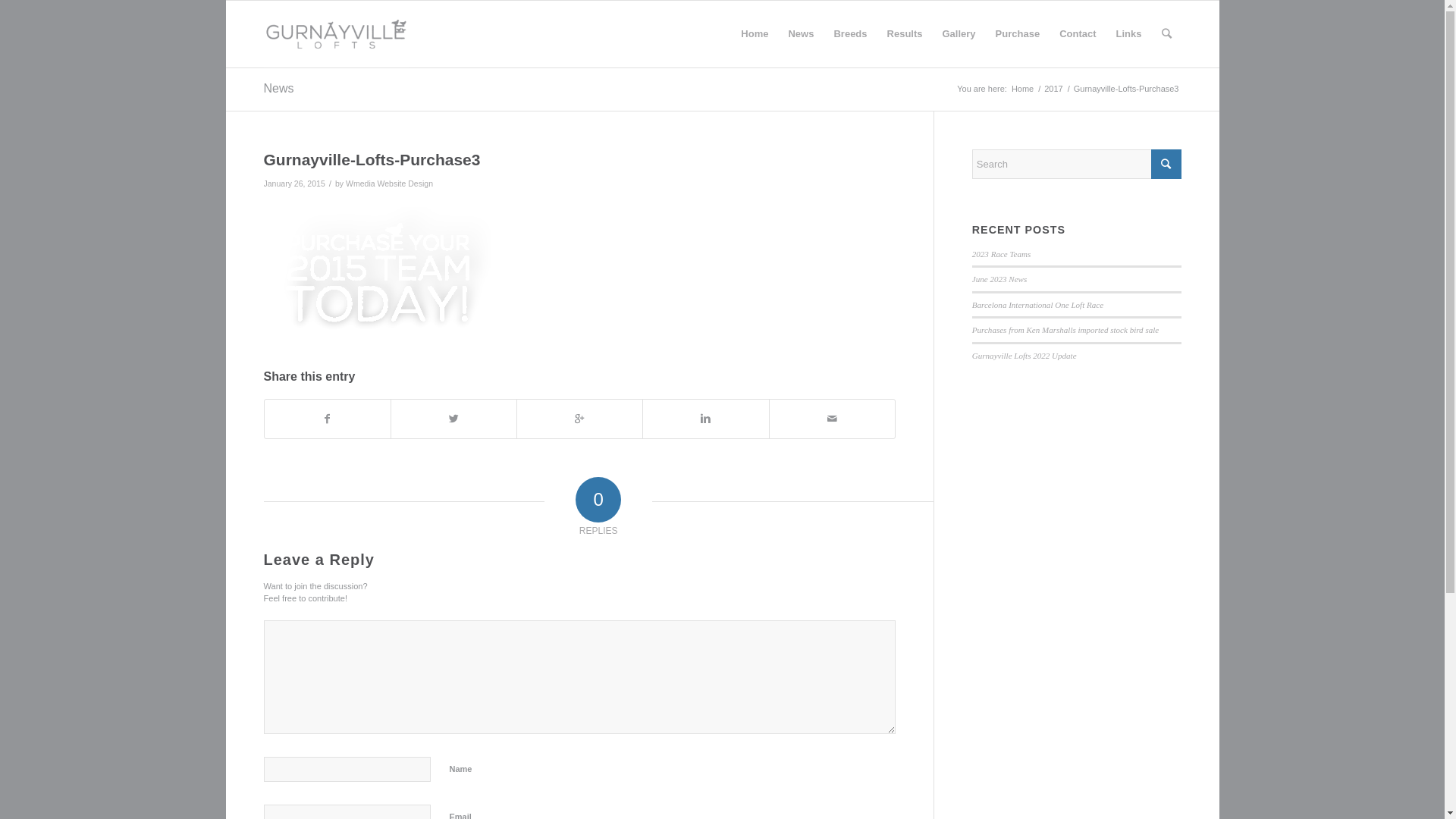  Describe the element at coordinates (800, 34) in the screenshot. I see `'News'` at that location.